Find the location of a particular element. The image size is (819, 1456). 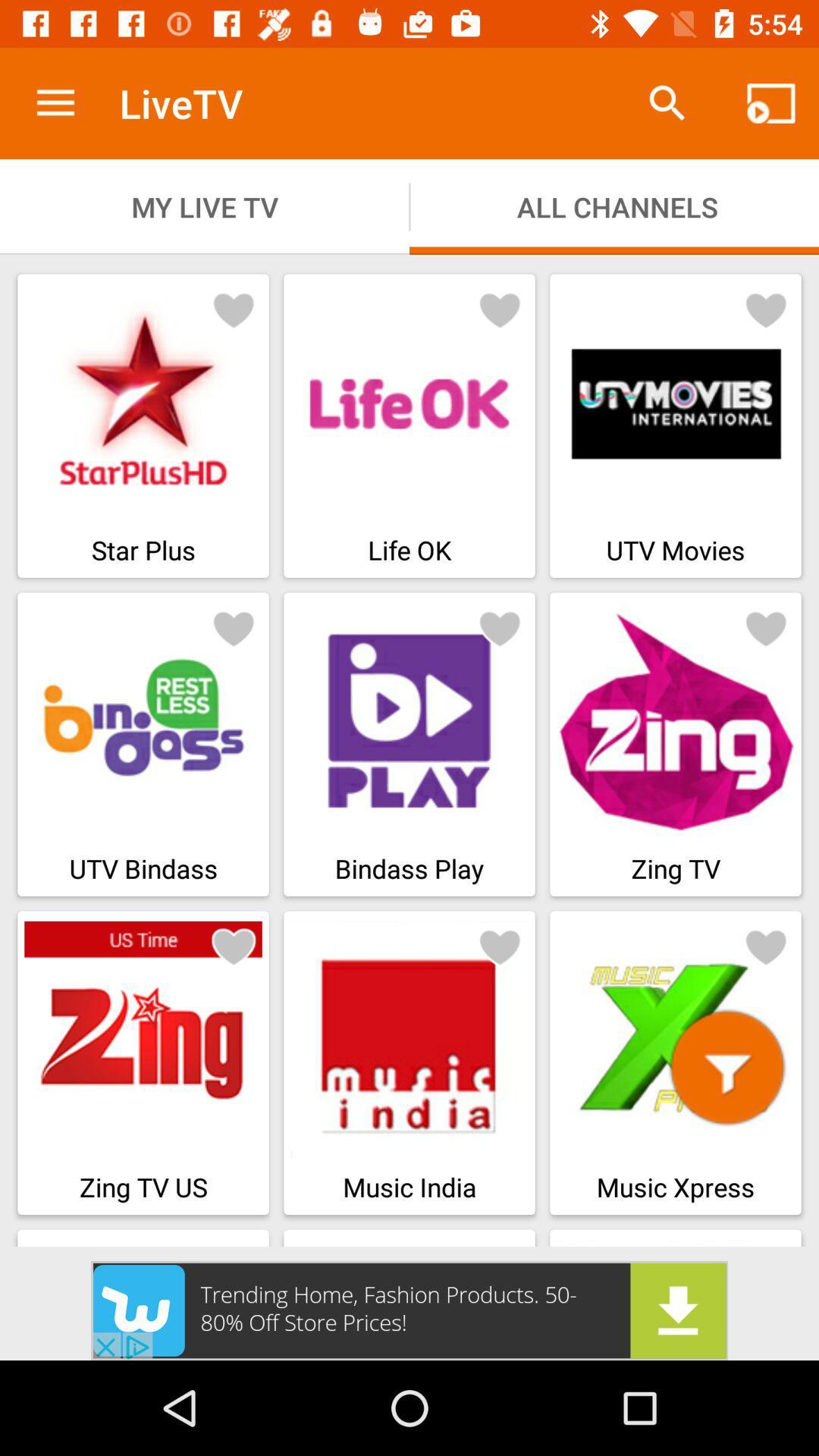

like the option is located at coordinates (766, 628).